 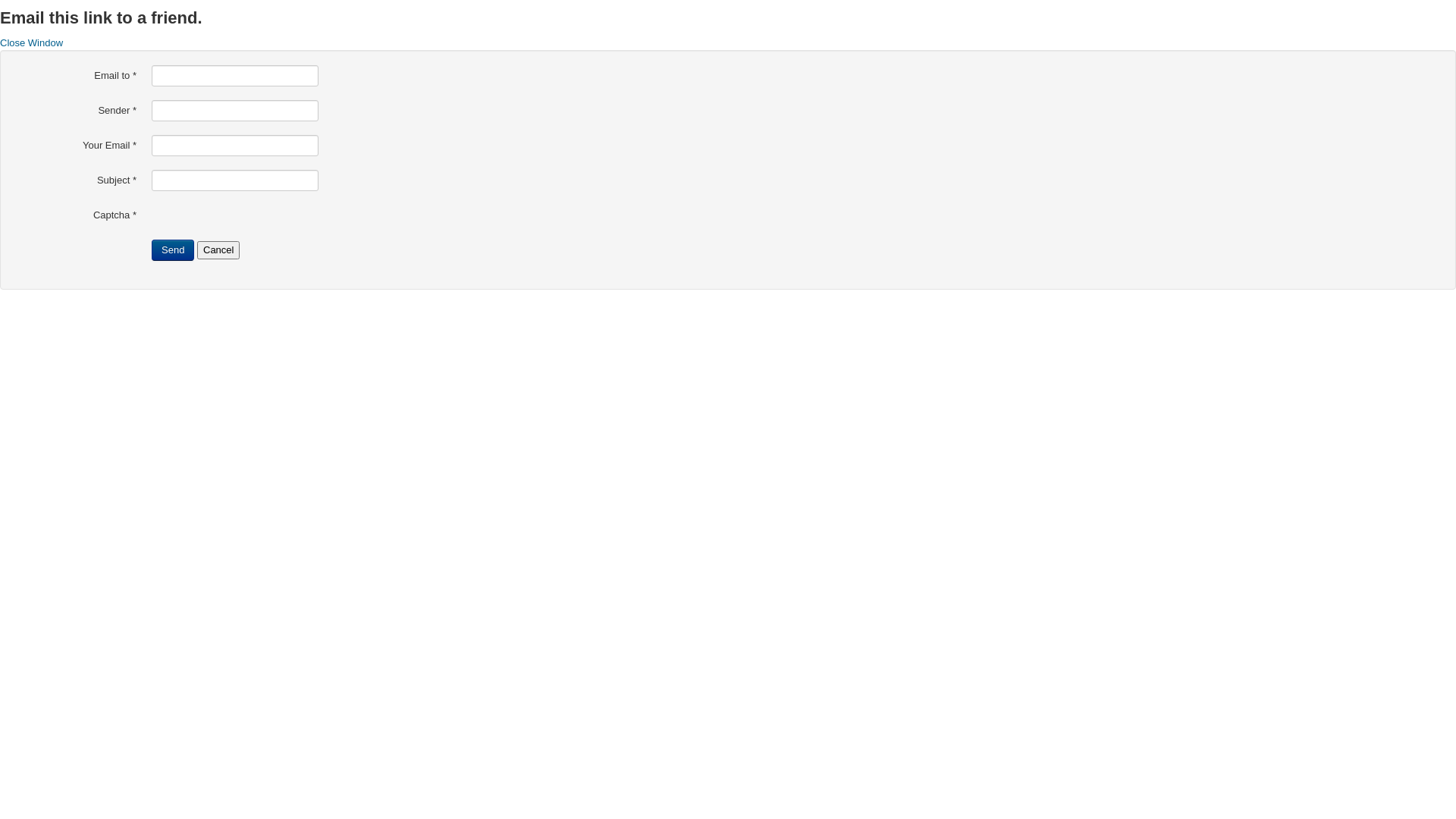 What do you see at coordinates (172, 249) in the screenshot?
I see `'Send'` at bounding box center [172, 249].